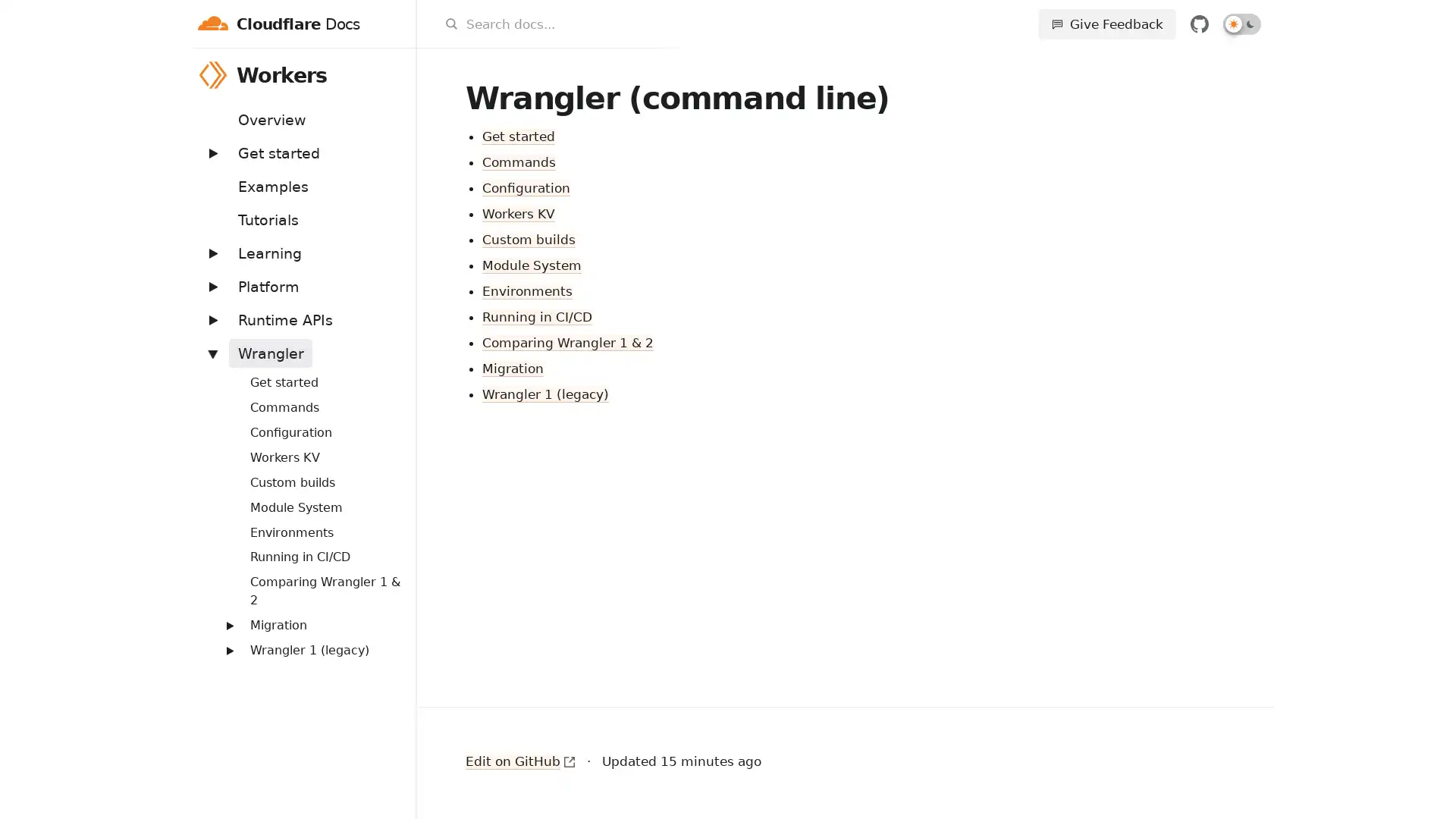 The image size is (1456, 819). What do you see at coordinates (211, 318) in the screenshot?
I see `Expand: Runtime APIs` at bounding box center [211, 318].